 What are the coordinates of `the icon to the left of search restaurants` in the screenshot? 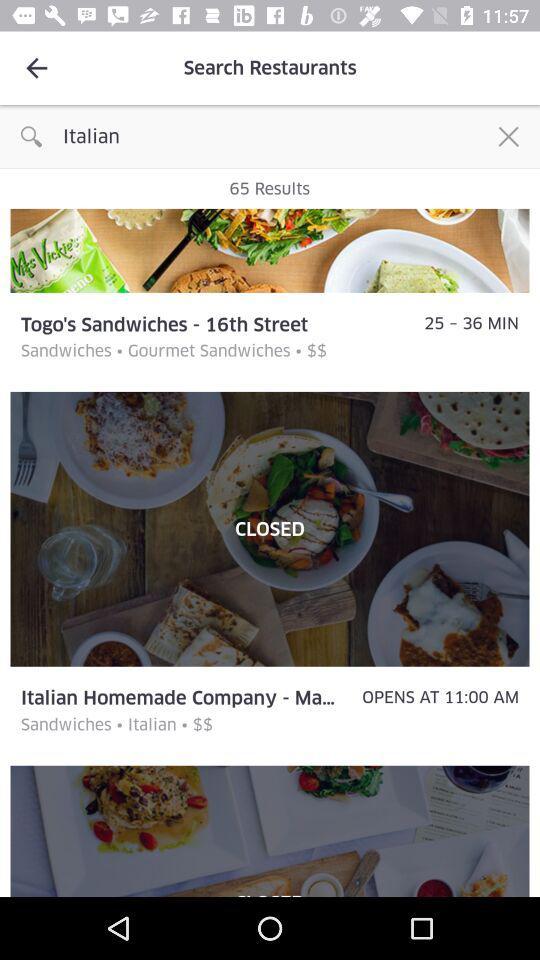 It's located at (36, 68).